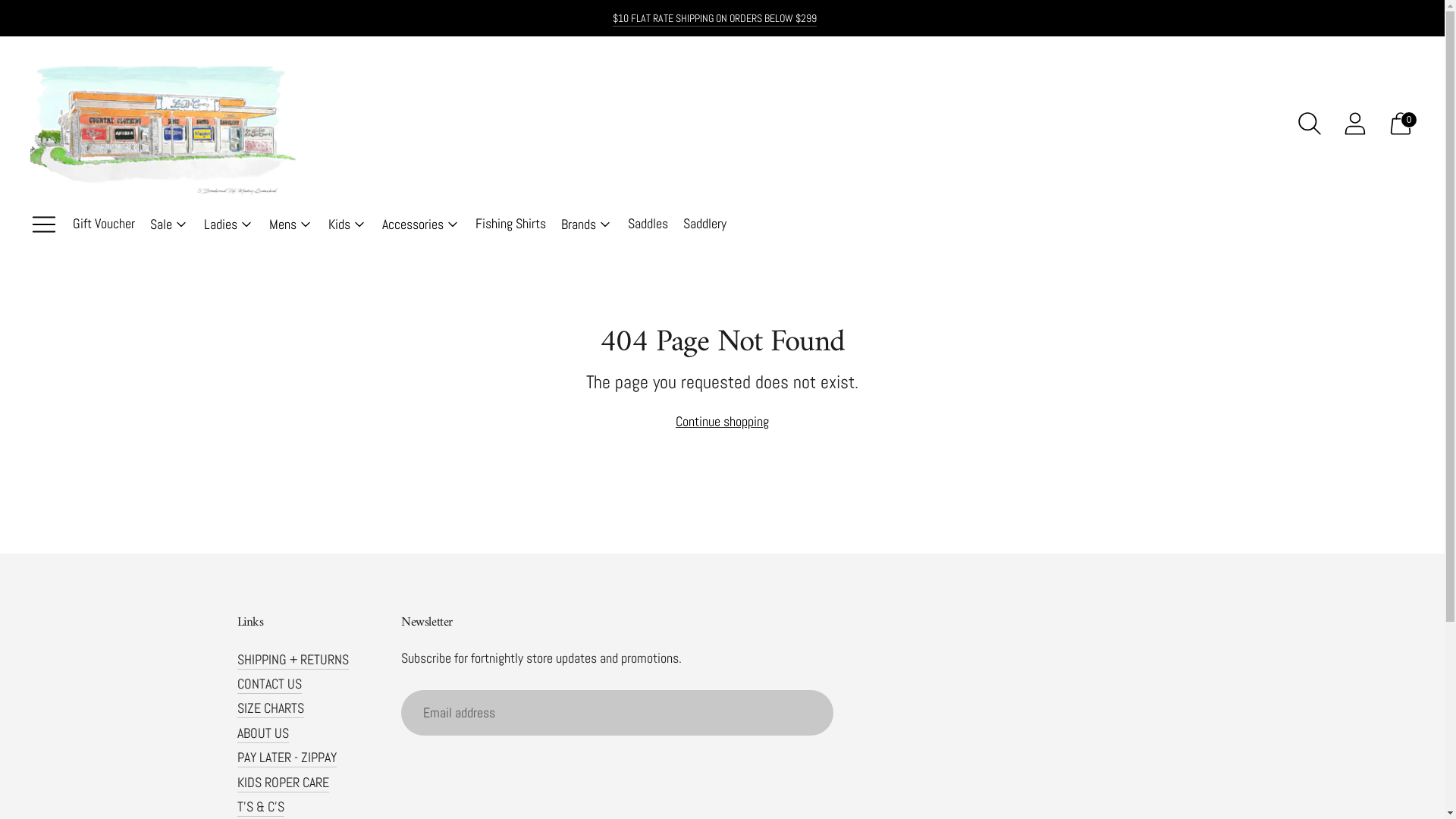  What do you see at coordinates (382, 224) in the screenshot?
I see `'Accessories'` at bounding box center [382, 224].